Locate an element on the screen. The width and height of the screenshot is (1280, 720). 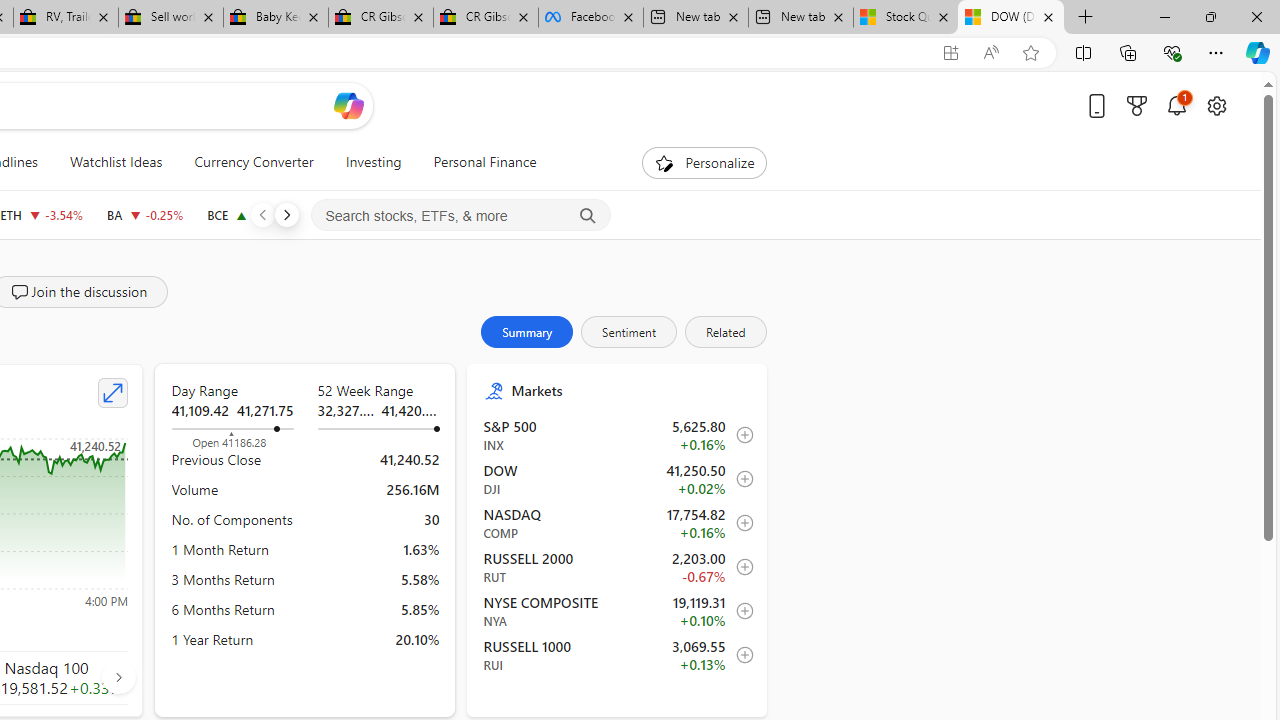
'RV, Trailer & Camper Steps & Ladders for sale | eBay' is located at coordinates (65, 17).